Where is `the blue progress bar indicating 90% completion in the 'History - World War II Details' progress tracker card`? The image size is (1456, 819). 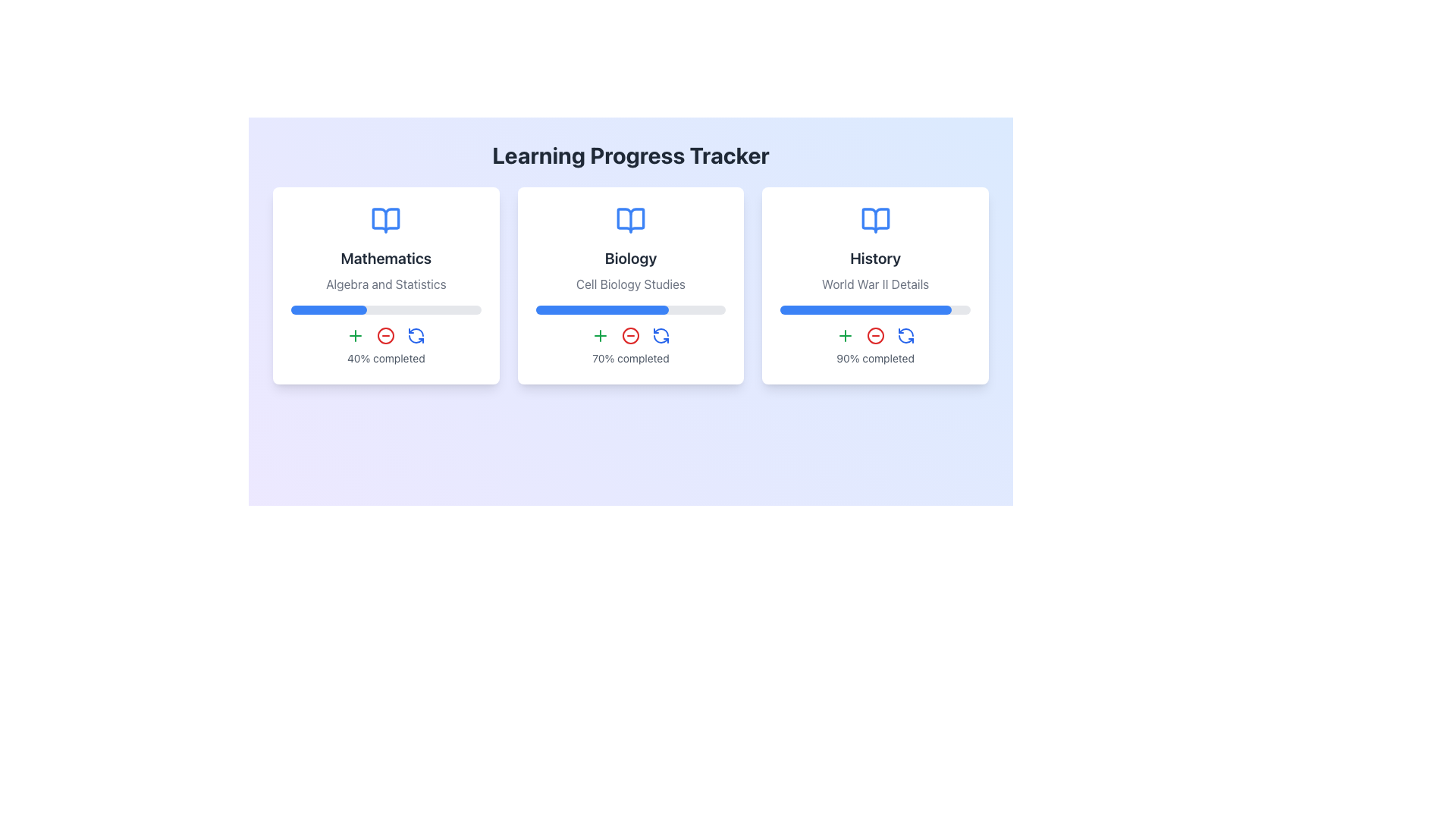 the blue progress bar indicating 90% completion in the 'History - World War II Details' progress tracker card is located at coordinates (866, 309).